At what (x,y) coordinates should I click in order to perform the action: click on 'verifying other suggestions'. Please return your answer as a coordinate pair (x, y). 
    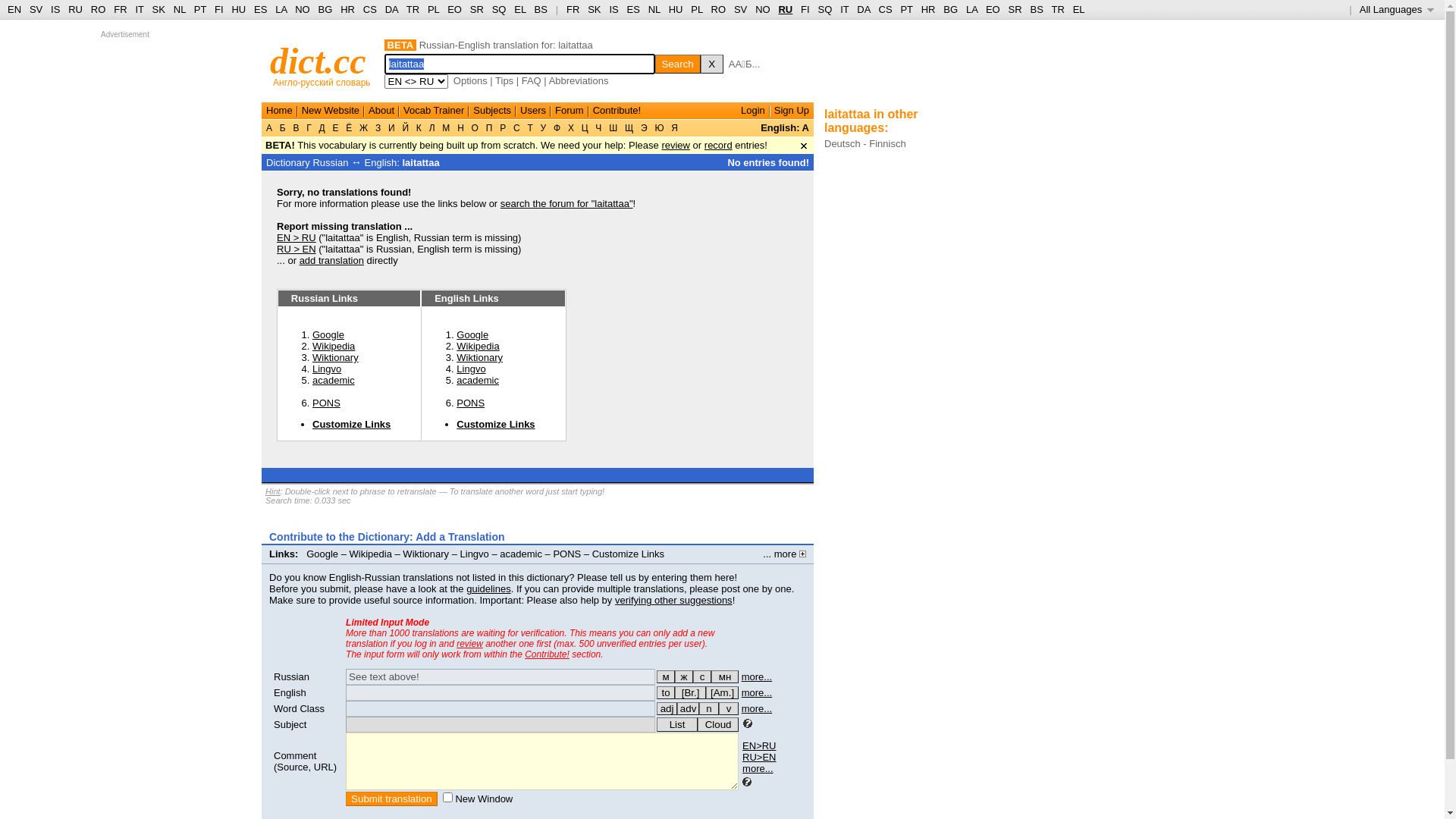
    Looking at the image, I should click on (673, 599).